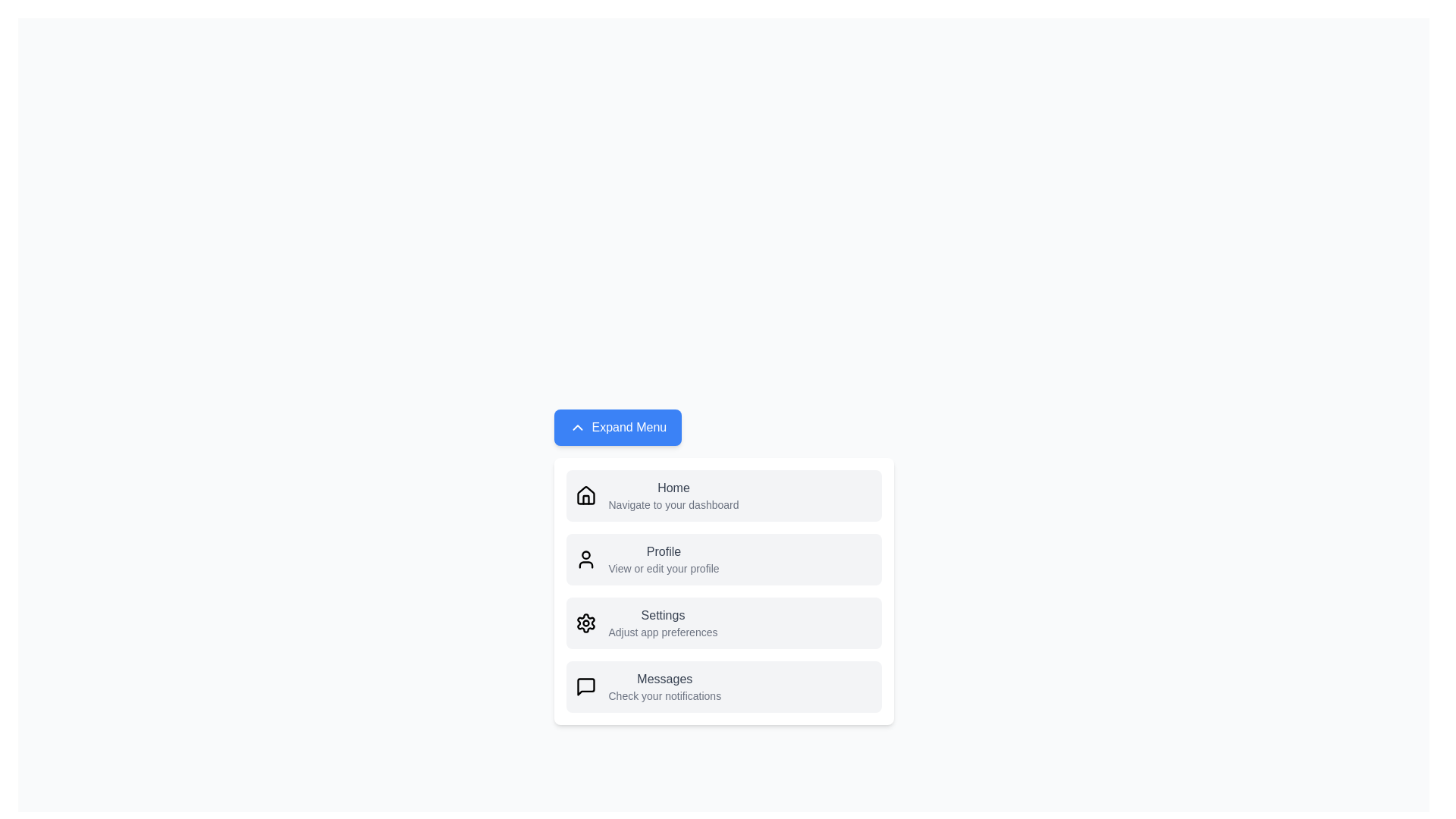  What do you see at coordinates (673, 496) in the screenshot?
I see `the 'Home' action in the menu` at bounding box center [673, 496].